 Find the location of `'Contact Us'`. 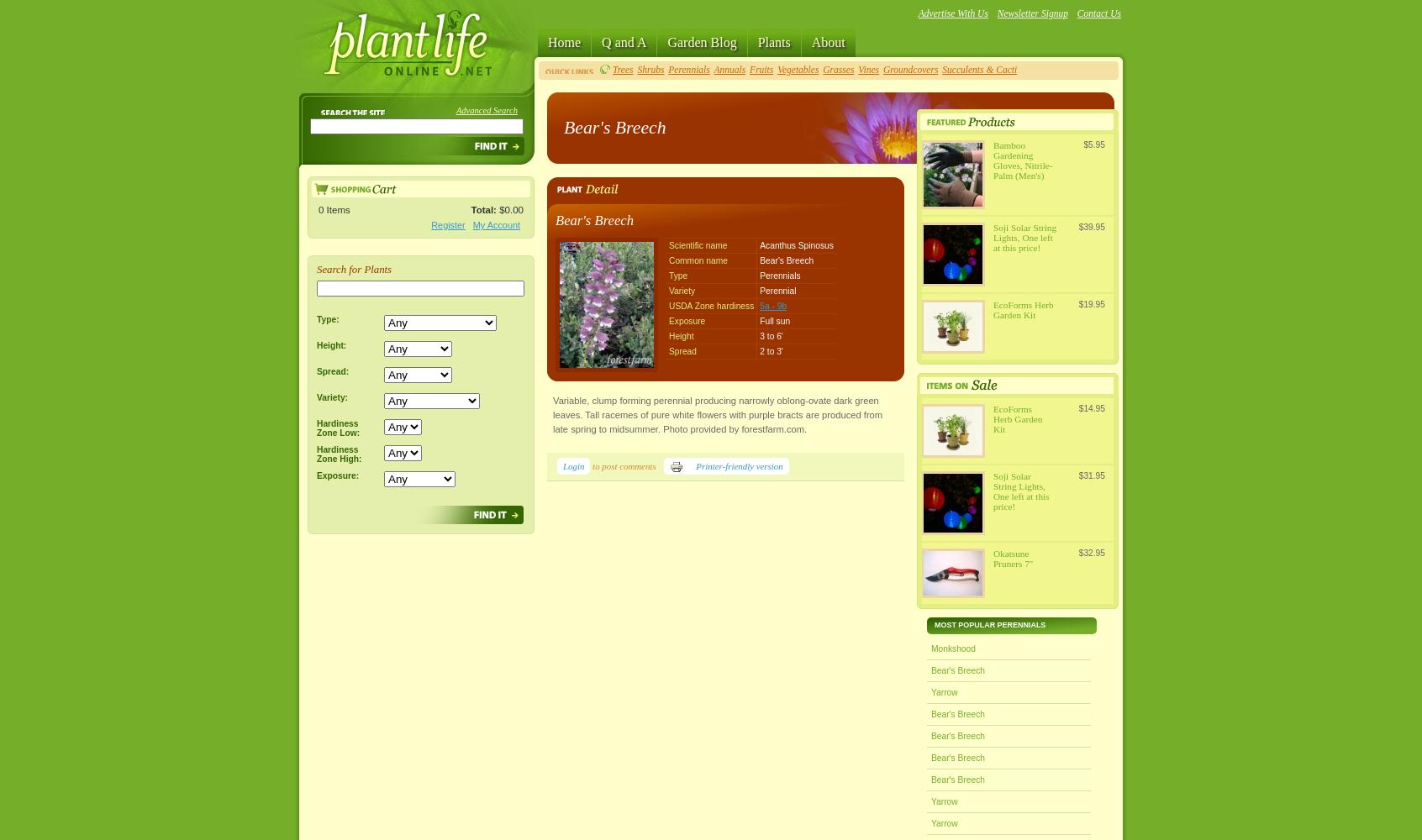

'Contact Us' is located at coordinates (1098, 13).